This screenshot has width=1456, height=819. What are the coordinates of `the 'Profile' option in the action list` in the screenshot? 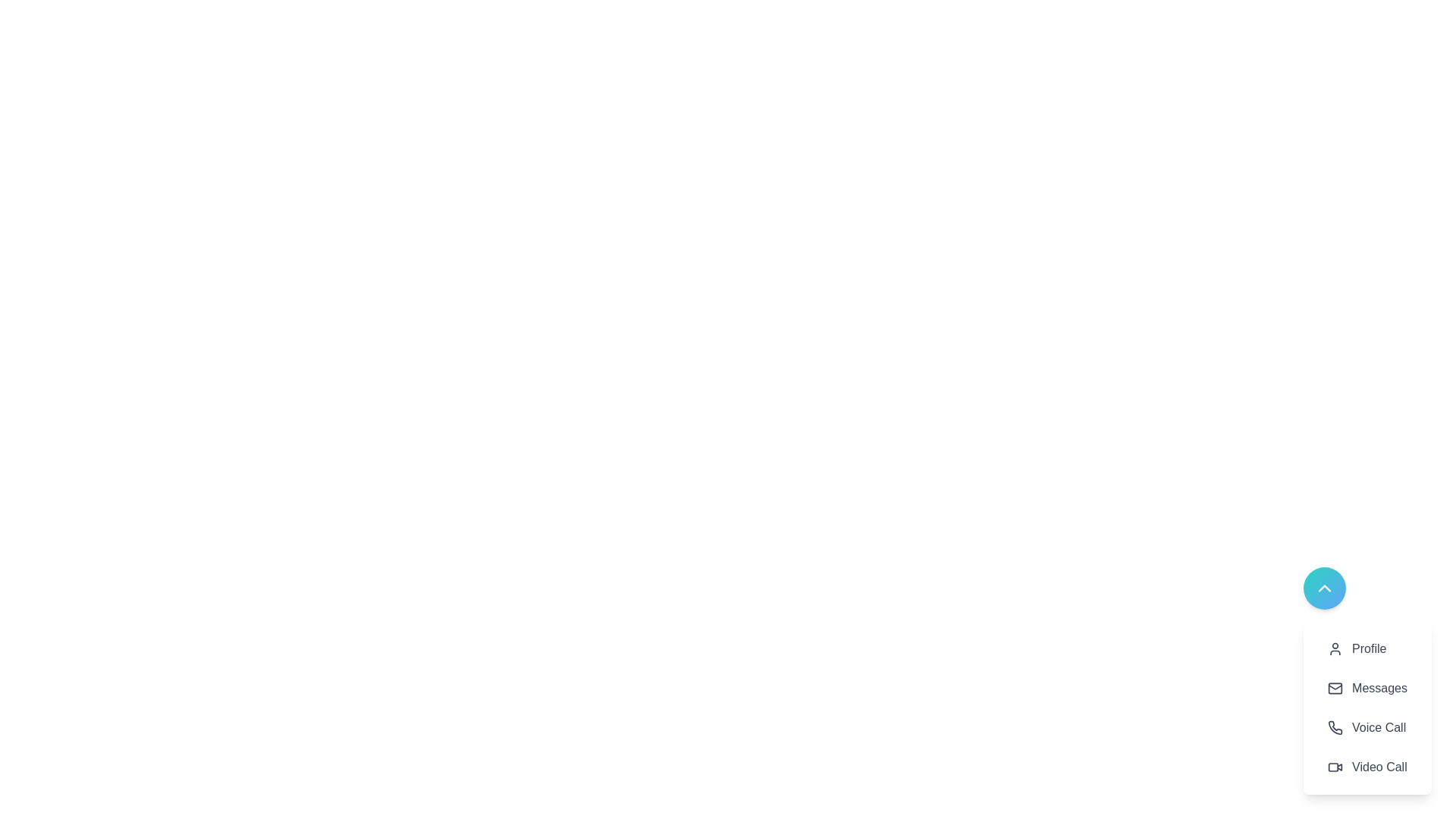 It's located at (1367, 648).